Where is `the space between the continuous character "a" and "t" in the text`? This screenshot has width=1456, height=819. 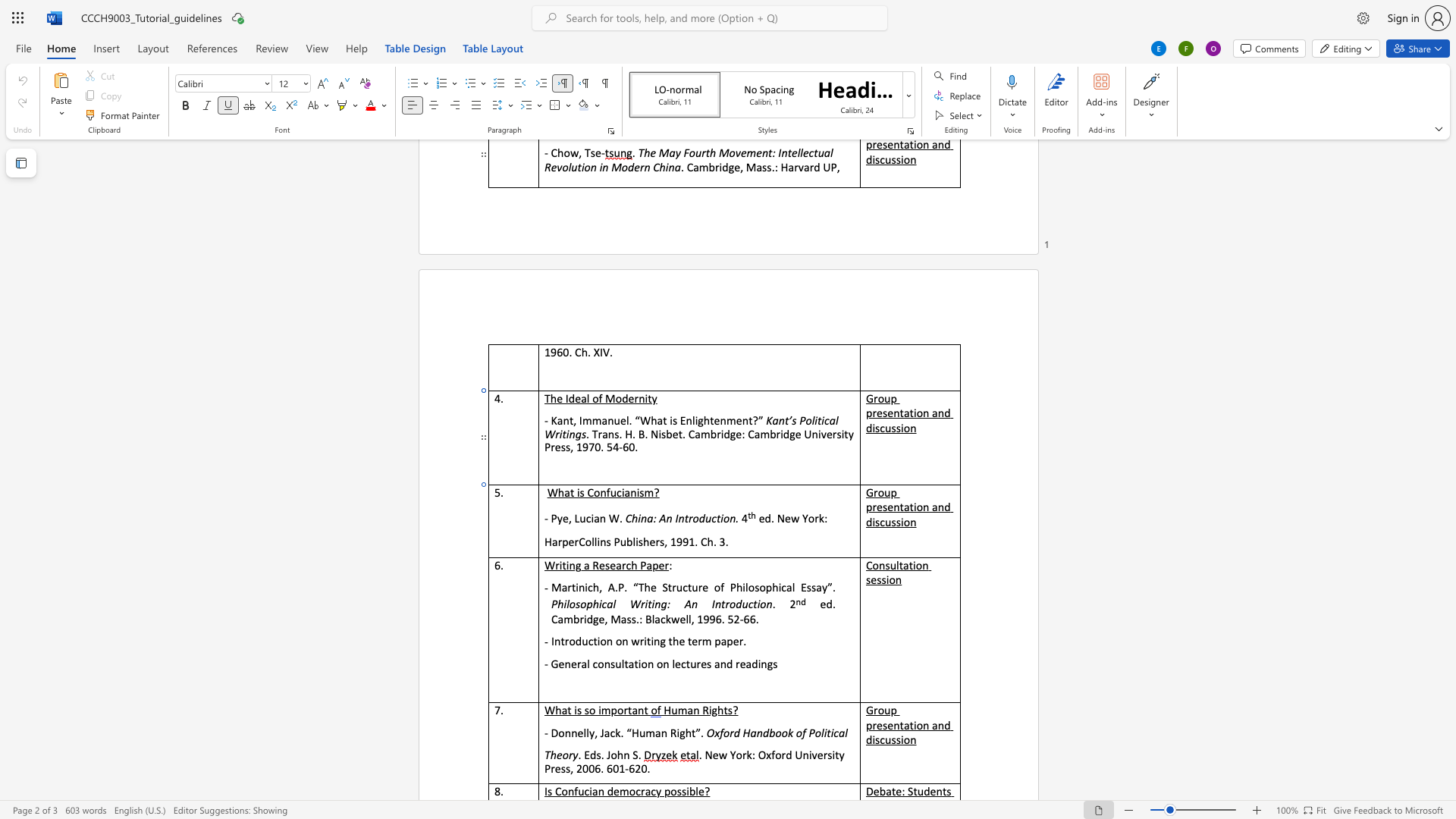 the space between the continuous character "a" and "t" in the text is located at coordinates (569, 492).